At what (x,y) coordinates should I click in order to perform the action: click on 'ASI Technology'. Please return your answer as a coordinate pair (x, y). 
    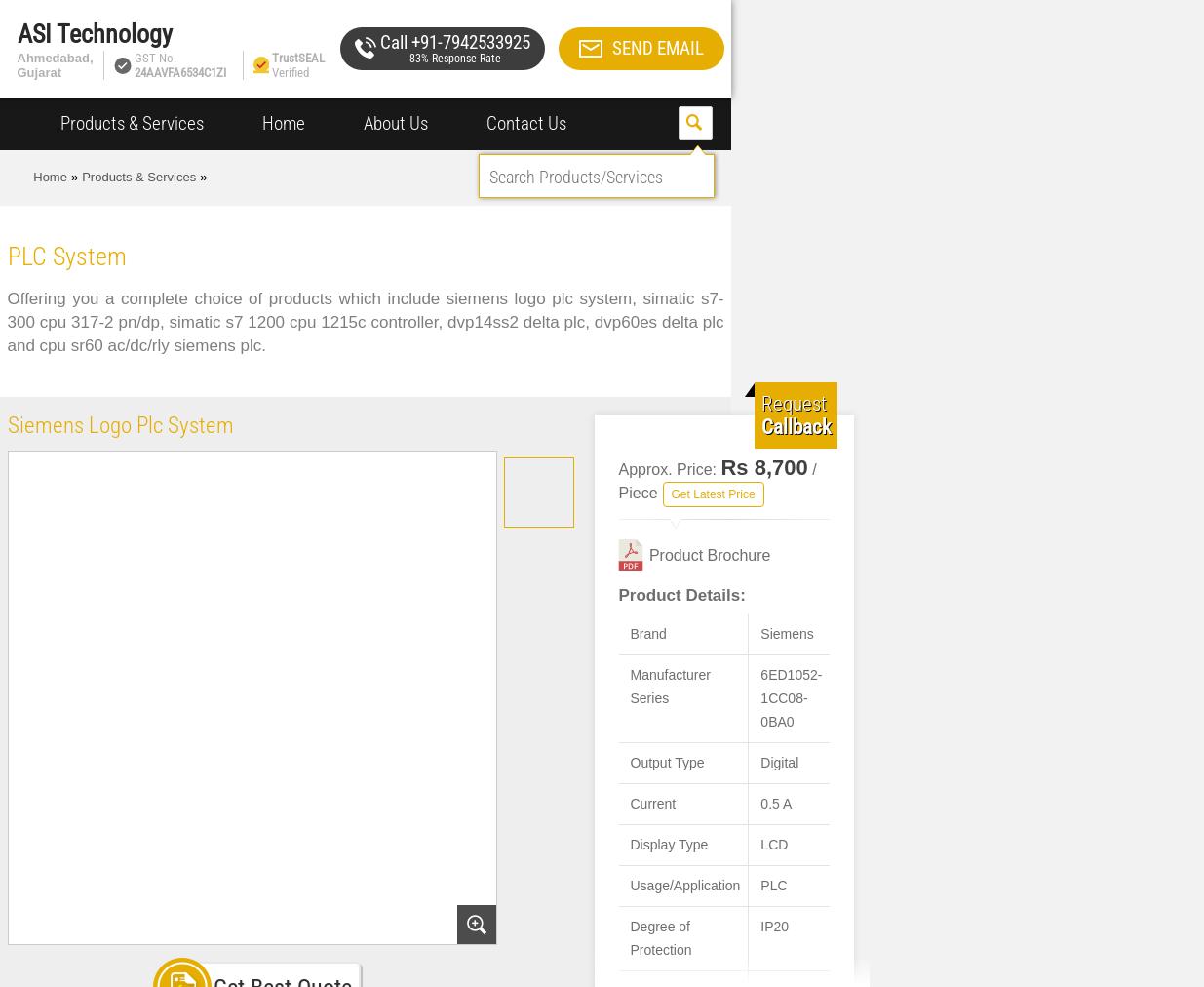
    Looking at the image, I should click on (16, 33).